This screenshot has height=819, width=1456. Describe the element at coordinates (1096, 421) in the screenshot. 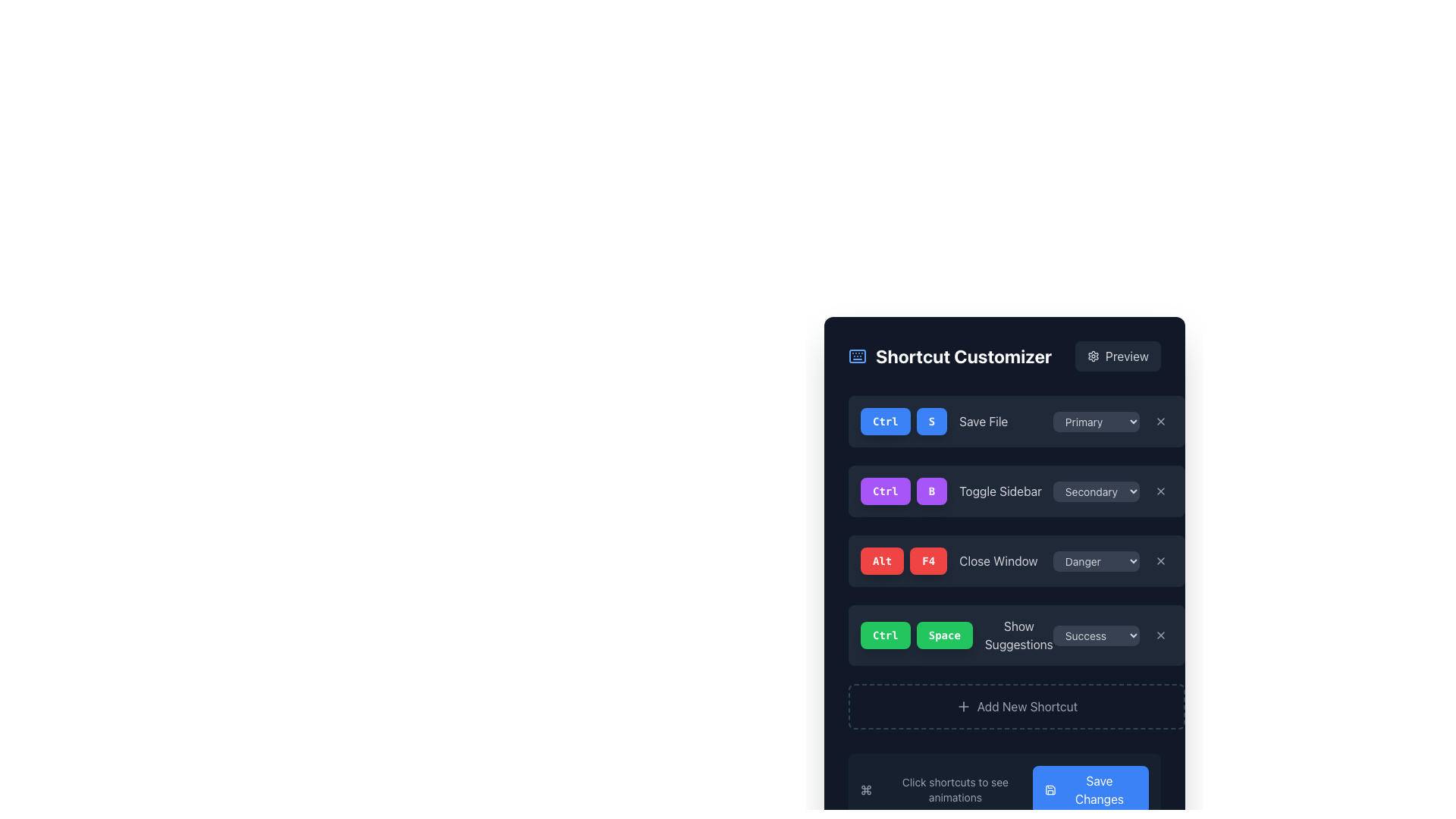

I see `the Dropdown button located in the top row of the Shortcut Customizer panel, which is associated with the 'Save File' entry` at that location.